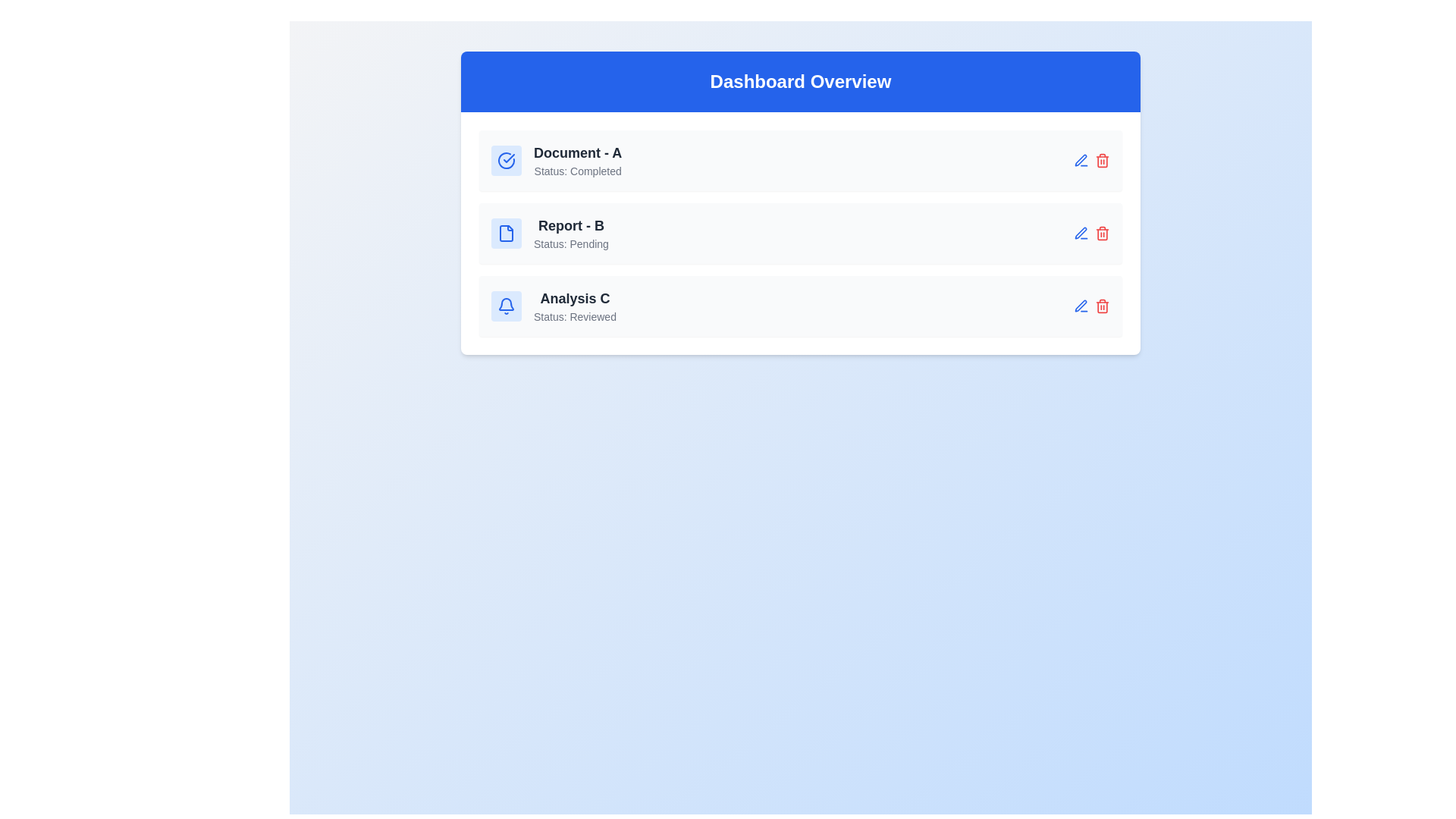 The width and height of the screenshot is (1456, 819). I want to click on the document status section with a blue circular checkmark icon on the left, displaying 'Document - A' and 'Status: Completed' text, so click(556, 161).